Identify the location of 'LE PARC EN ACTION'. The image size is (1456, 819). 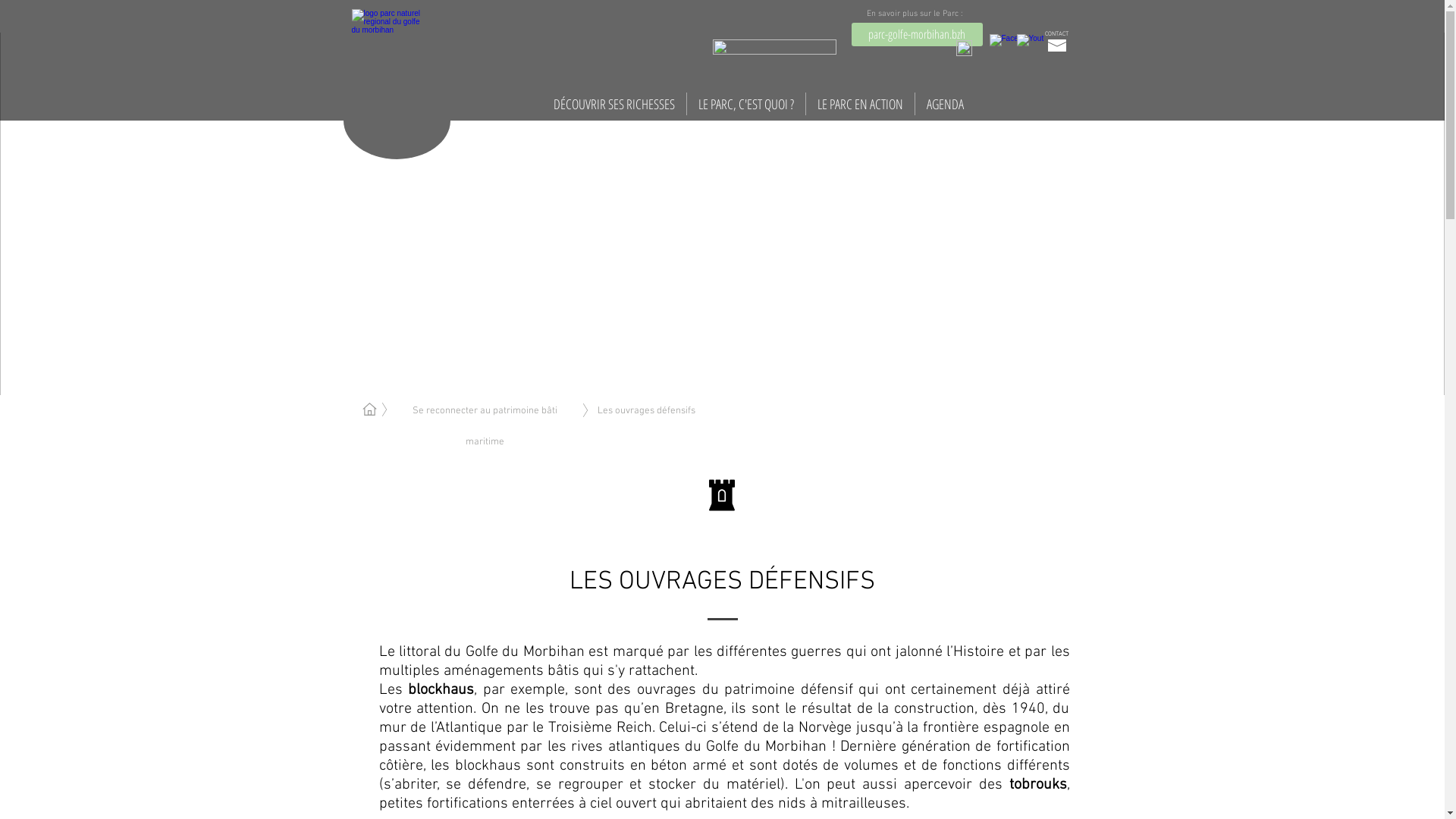
(859, 103).